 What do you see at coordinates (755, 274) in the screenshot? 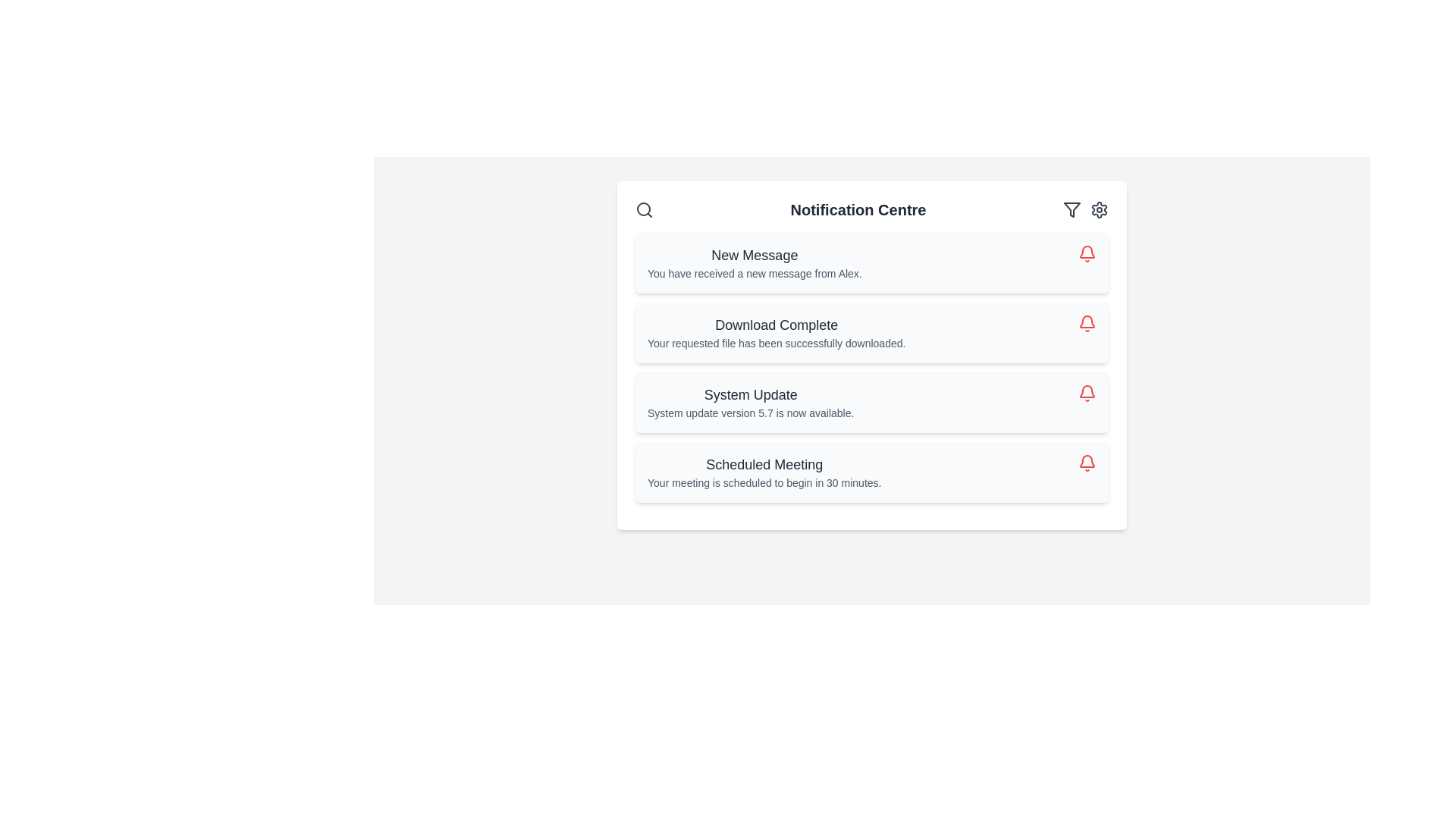
I see `descriptive text displayed in a smaller, slightly gray font located directly below the 'New Message' title in the first notification card` at bounding box center [755, 274].